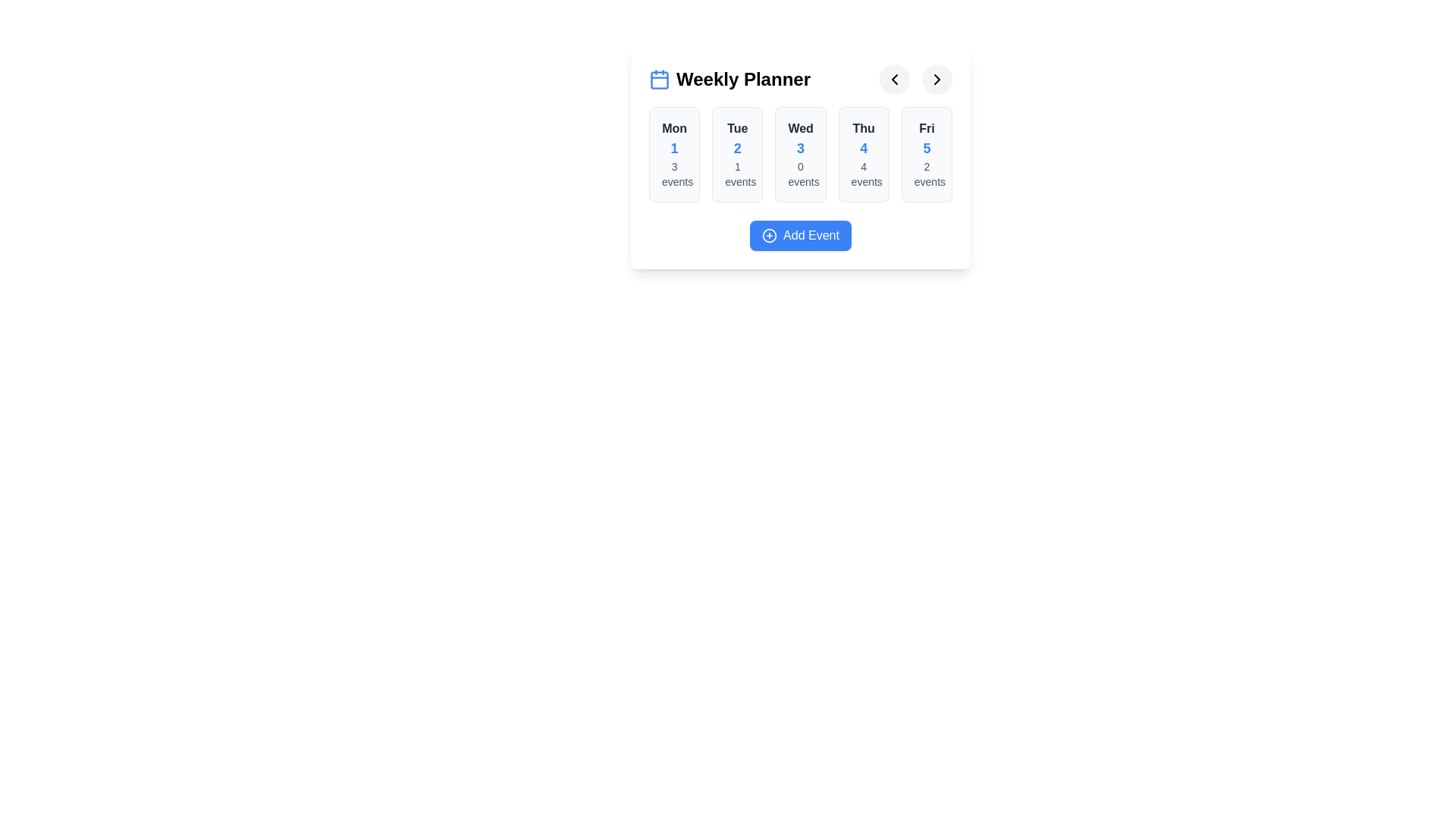 The width and height of the screenshot is (1456, 819). I want to click on the next navigation button to navigate between weeks, so click(937, 79).